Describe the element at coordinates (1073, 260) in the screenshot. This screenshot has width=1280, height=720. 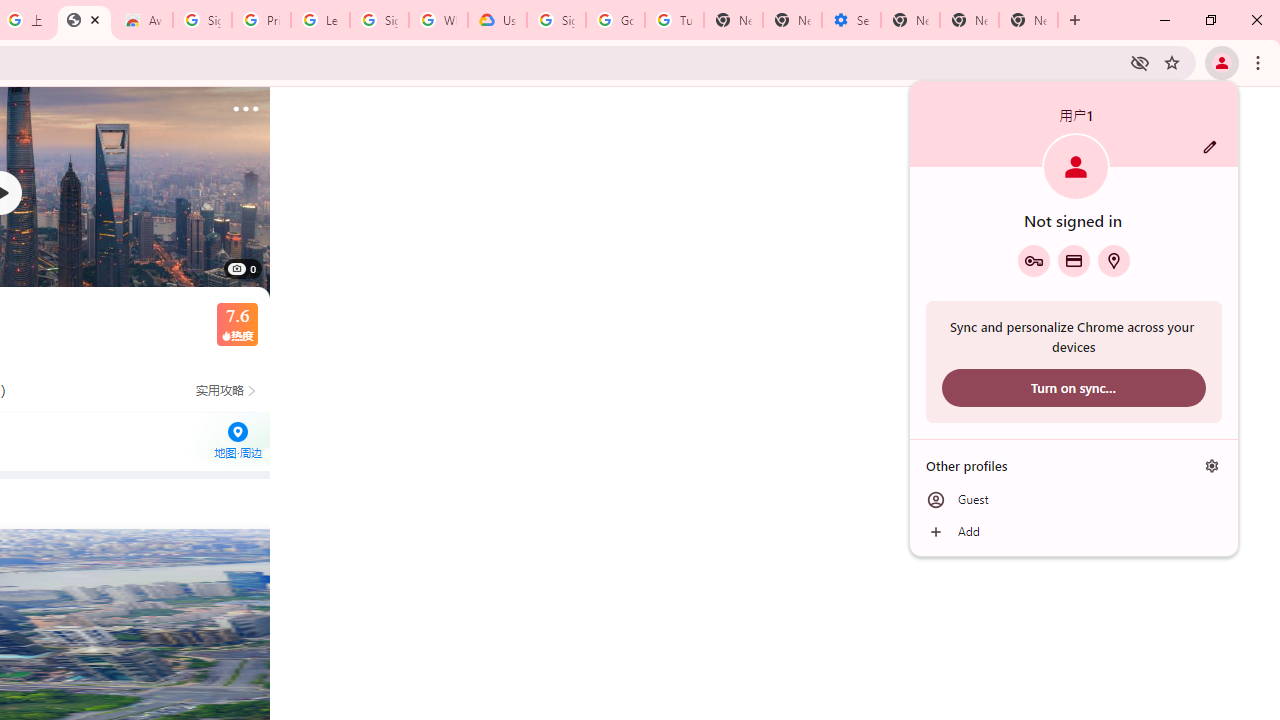
I see `'Payment methods'` at that location.